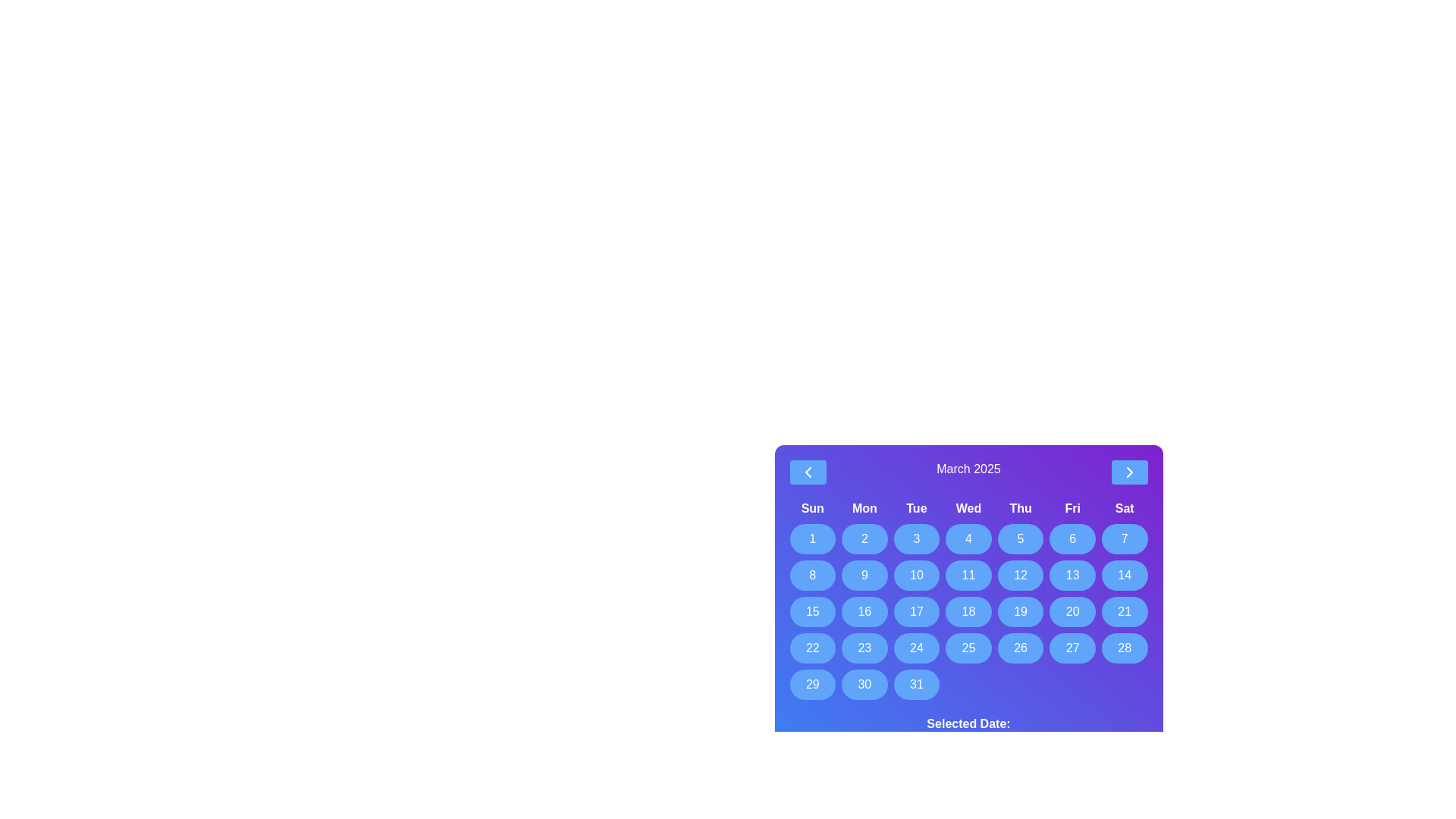 The image size is (1456, 819). Describe the element at coordinates (1129, 472) in the screenshot. I see `the chevron icon embedded in the blue button` at that location.